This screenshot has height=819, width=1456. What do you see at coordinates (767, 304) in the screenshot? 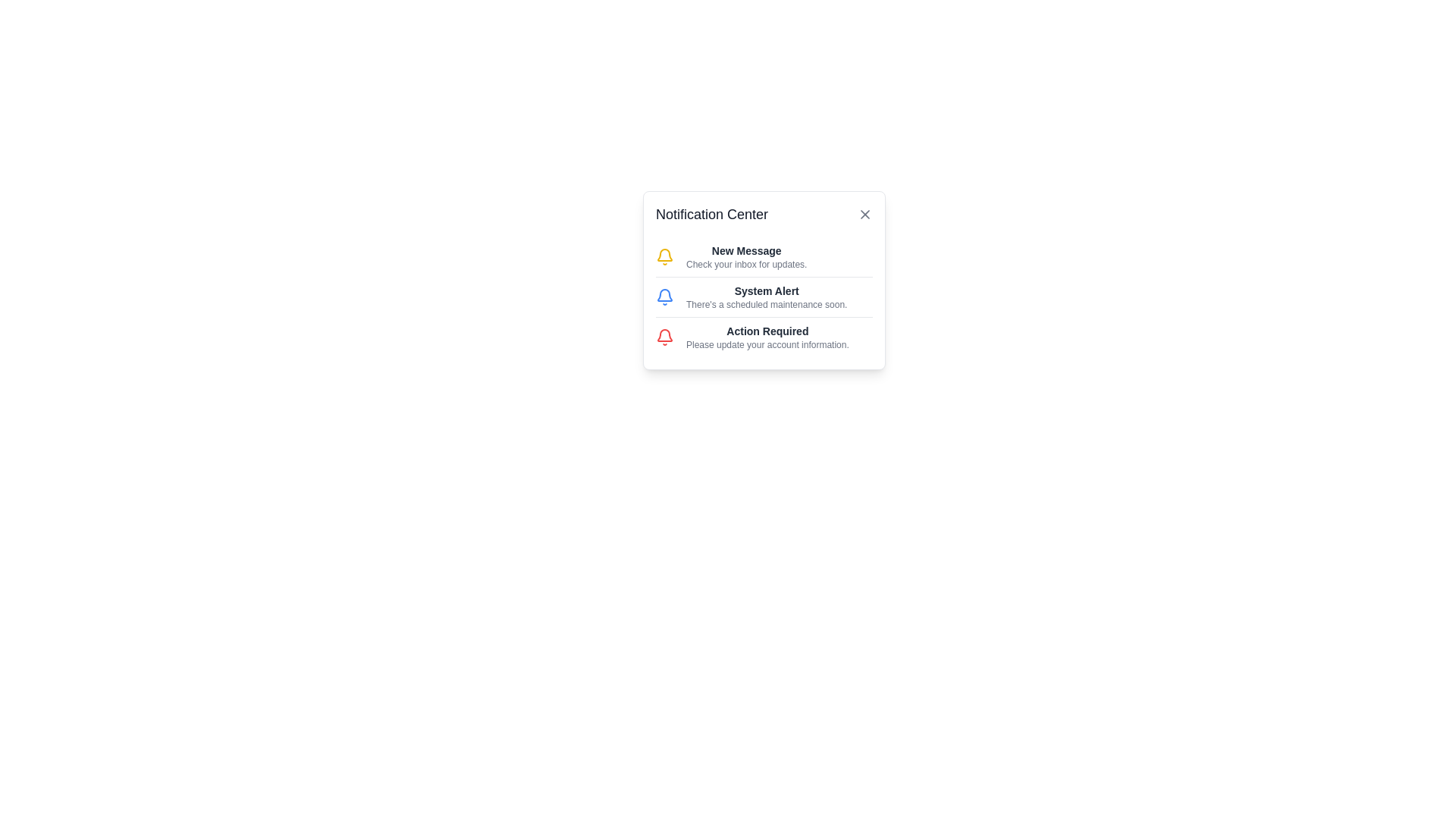
I see `notification text that alerts the user about 'a scheduled maintenance soon' located below the 'System Alert' headline` at bounding box center [767, 304].